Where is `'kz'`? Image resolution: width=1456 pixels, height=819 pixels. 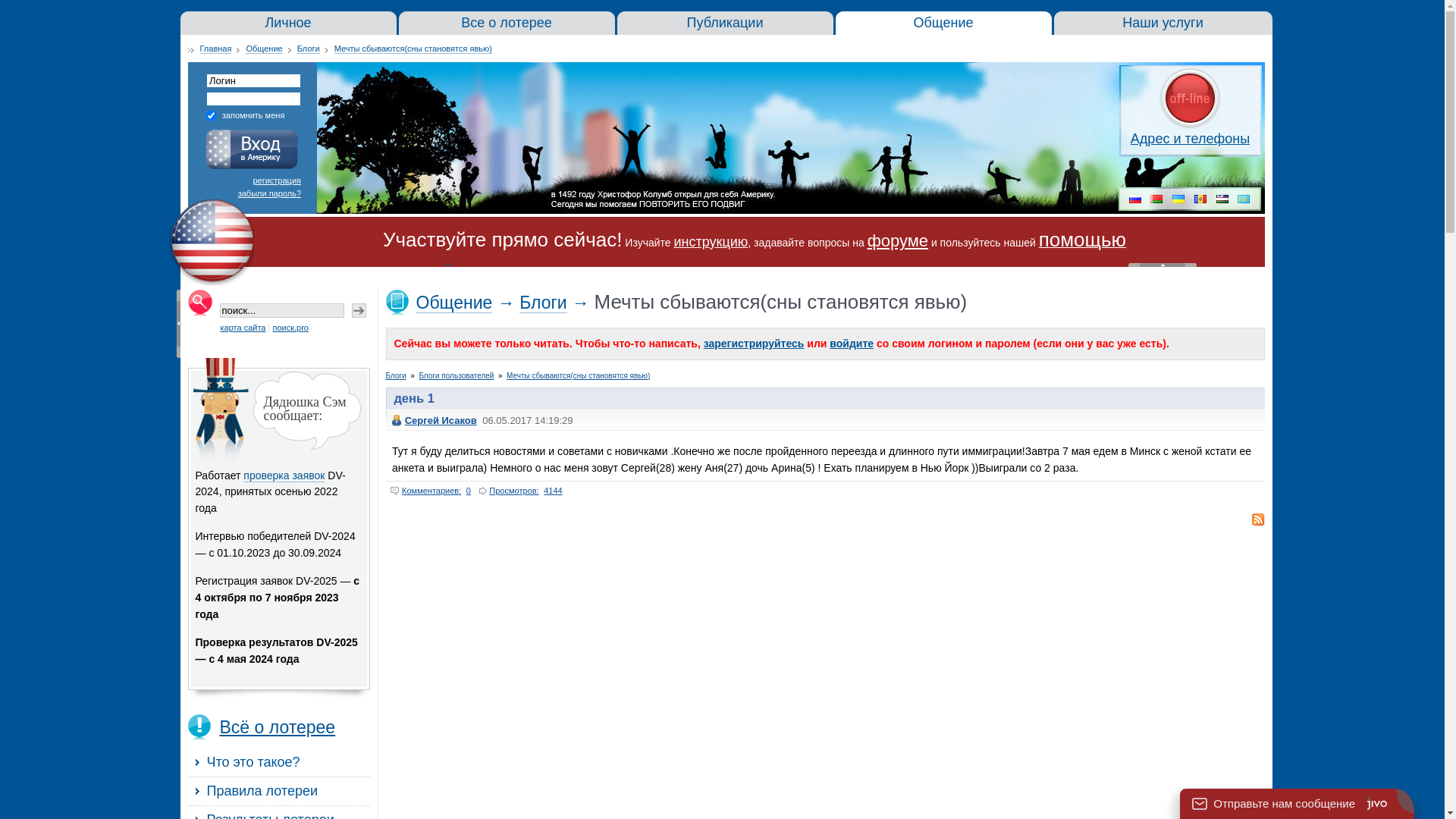
'kz' is located at coordinates (1244, 199).